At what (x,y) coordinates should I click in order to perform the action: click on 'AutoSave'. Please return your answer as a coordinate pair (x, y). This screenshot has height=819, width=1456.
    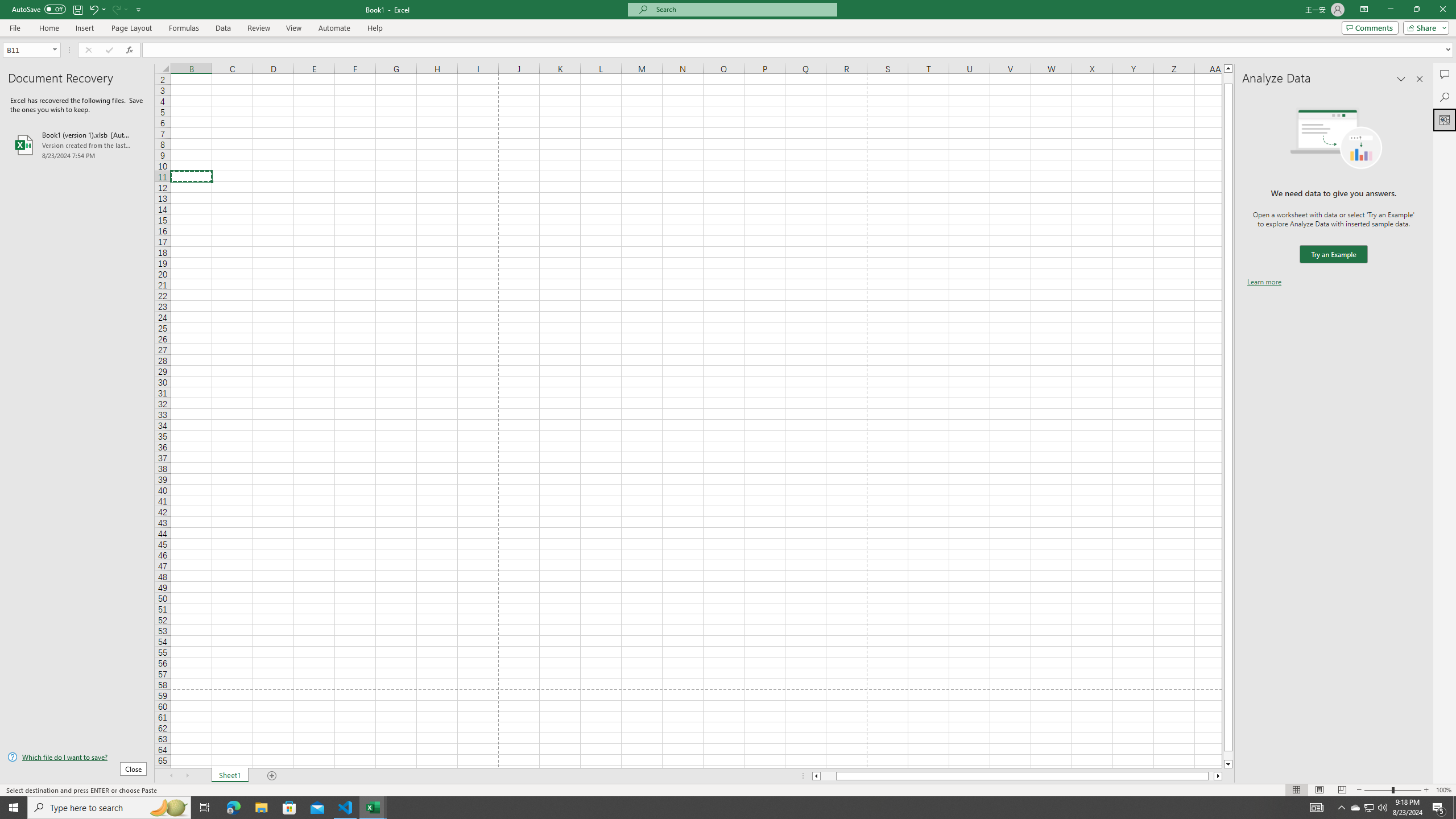
    Looking at the image, I should click on (39, 9).